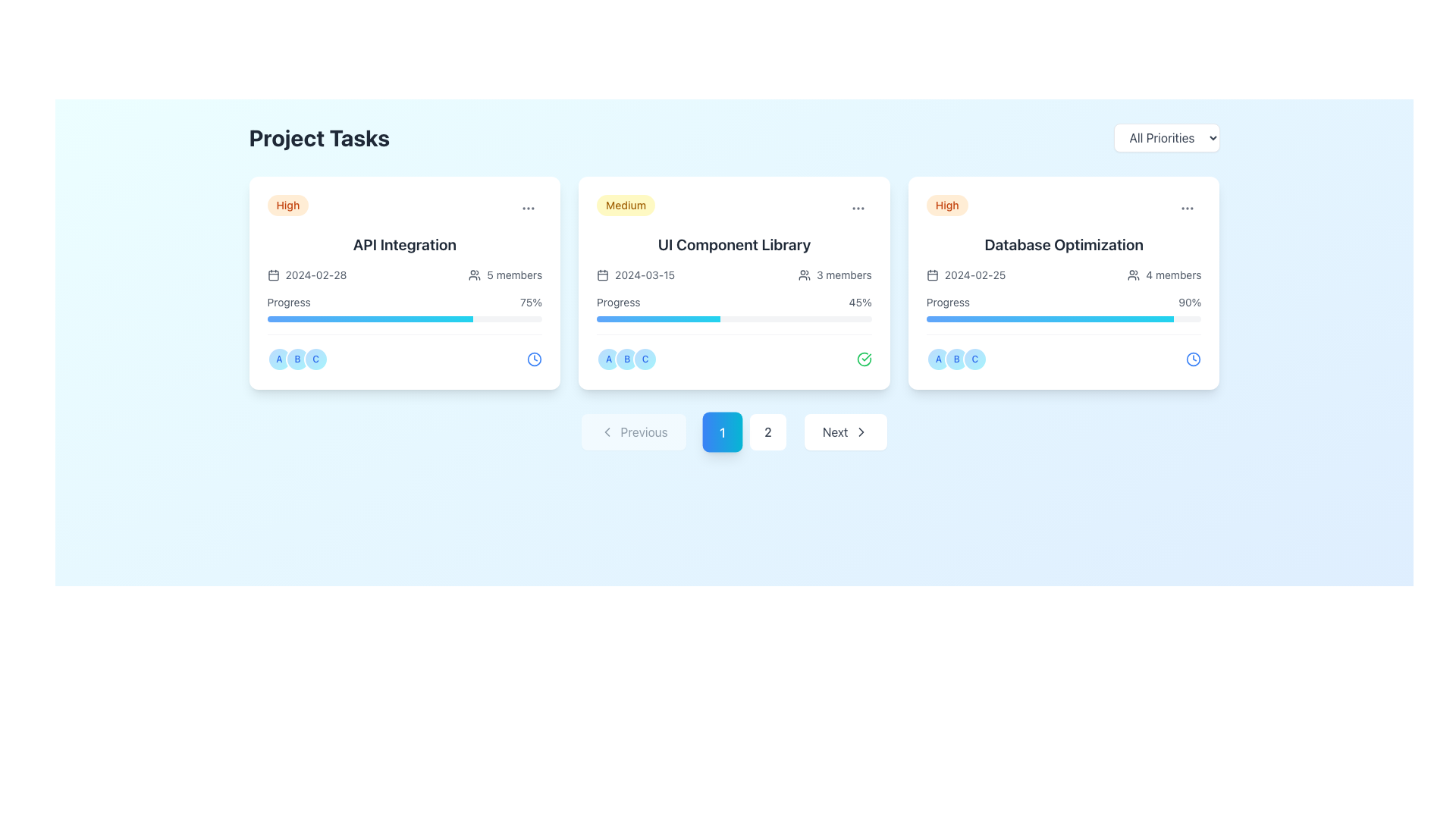 The width and height of the screenshot is (1456, 819). What do you see at coordinates (1050, 318) in the screenshot?
I see `the colored segment of the progress bar indicating 90% completion of the 'Database Optimization' task` at bounding box center [1050, 318].